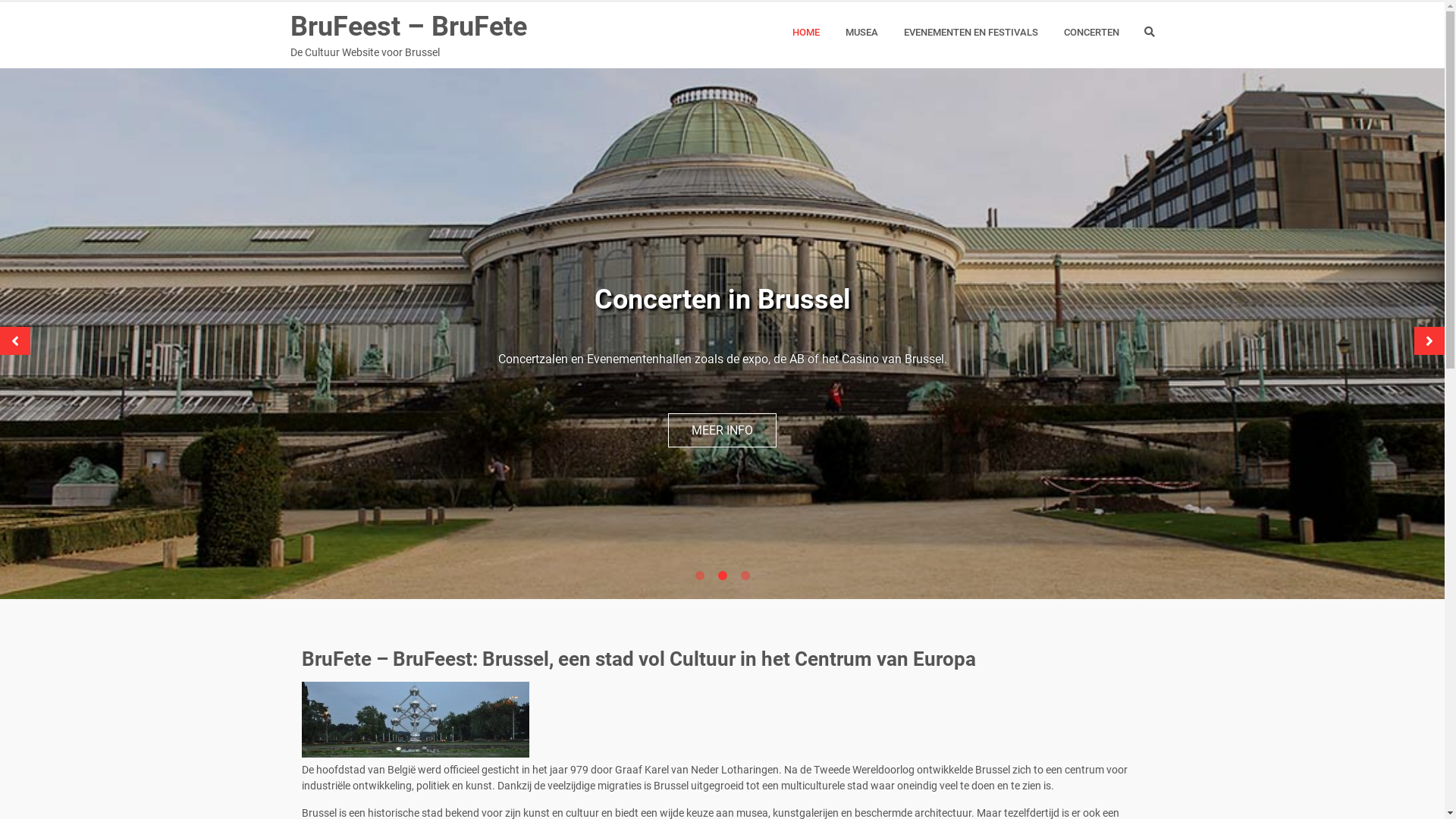 This screenshot has width=1456, height=819. Describe the element at coordinates (721, 430) in the screenshot. I see `'MEER INFO'` at that location.